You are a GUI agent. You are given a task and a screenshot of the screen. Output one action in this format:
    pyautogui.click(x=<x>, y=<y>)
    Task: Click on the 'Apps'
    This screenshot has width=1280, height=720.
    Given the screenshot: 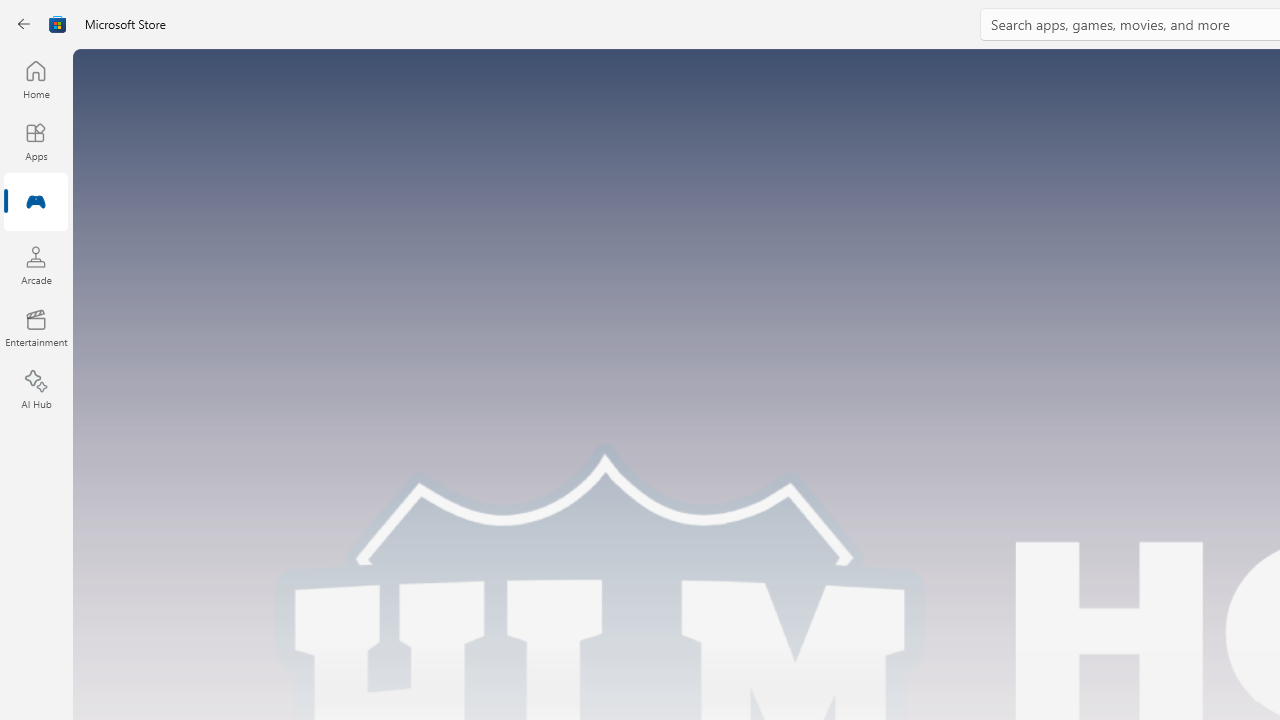 What is the action you would take?
    pyautogui.click(x=35, y=140)
    